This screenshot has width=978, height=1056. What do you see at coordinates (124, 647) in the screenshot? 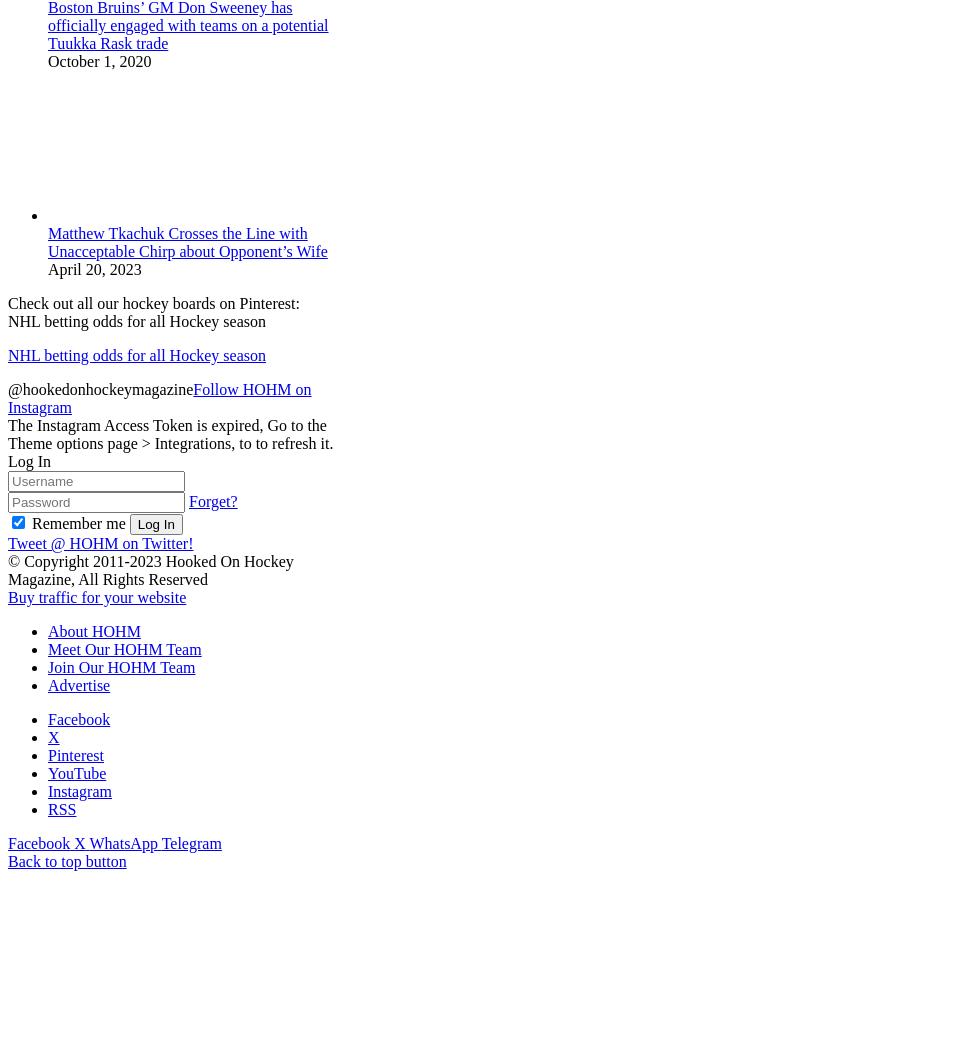
I see `'Meet Our HOHM Team'` at bounding box center [124, 647].